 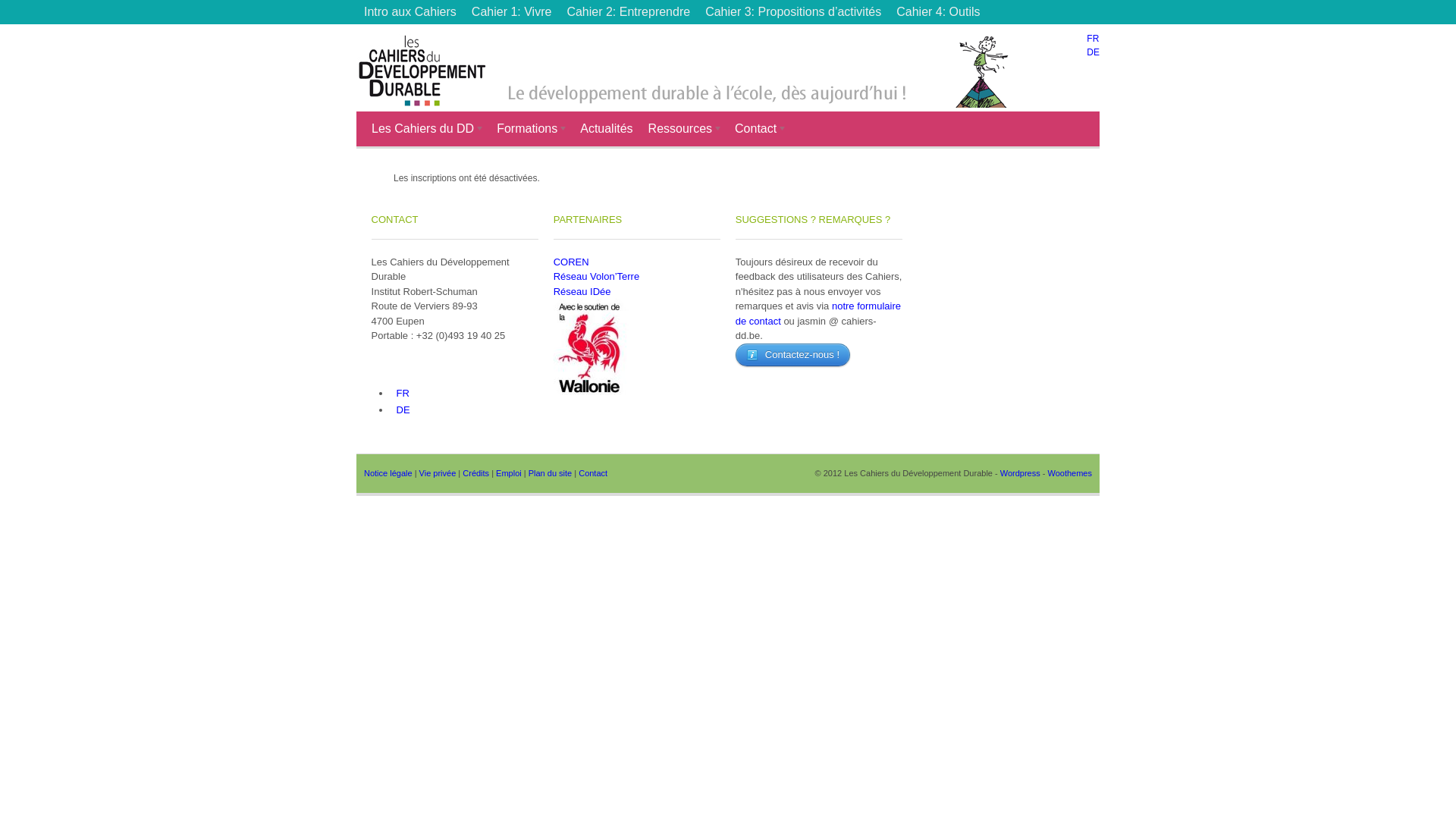 I want to click on 'Contact', so click(x=578, y=472).